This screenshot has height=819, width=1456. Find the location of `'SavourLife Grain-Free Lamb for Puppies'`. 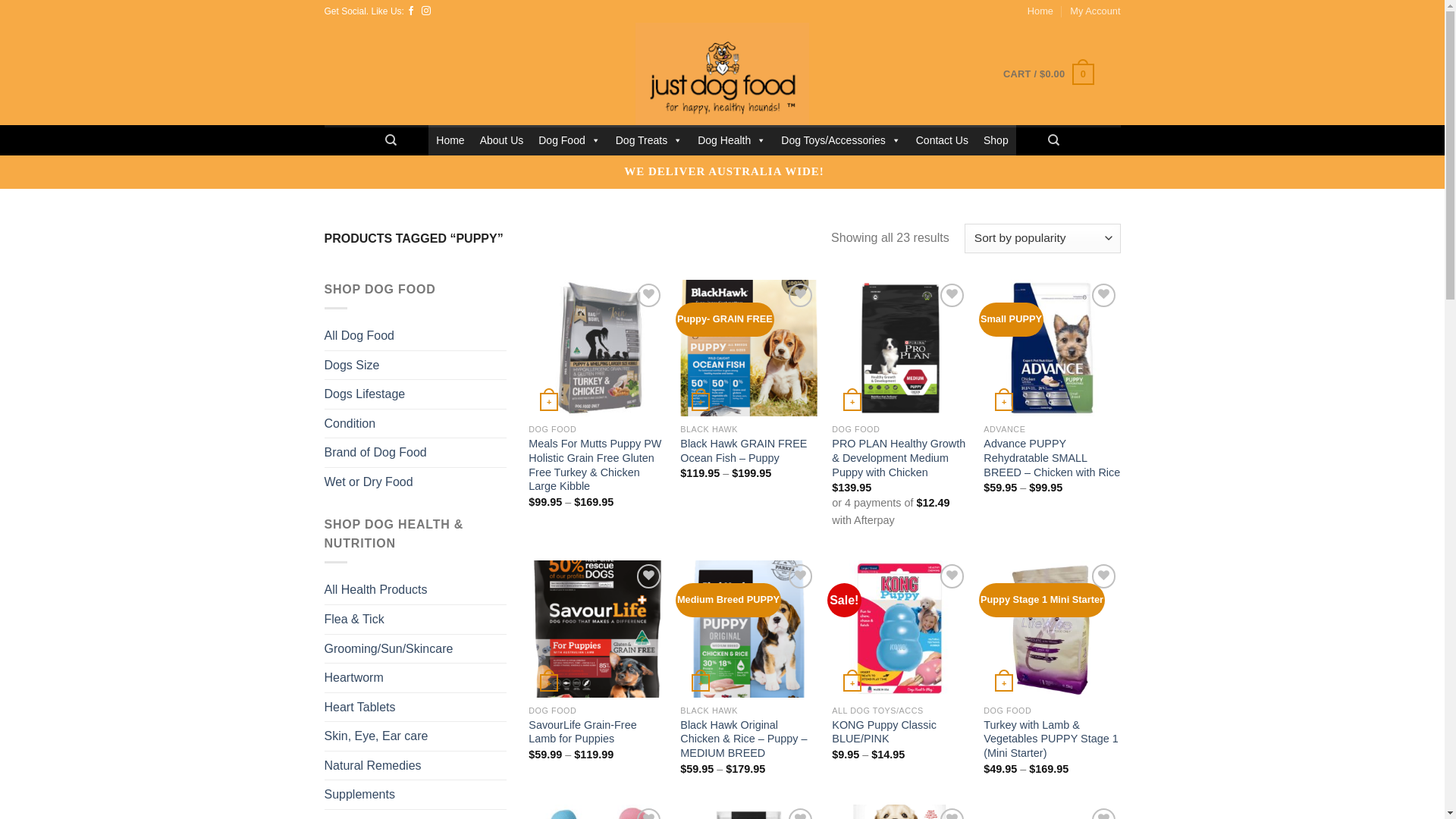

'SavourLife Grain-Free Lamb for Puppies' is located at coordinates (596, 731).